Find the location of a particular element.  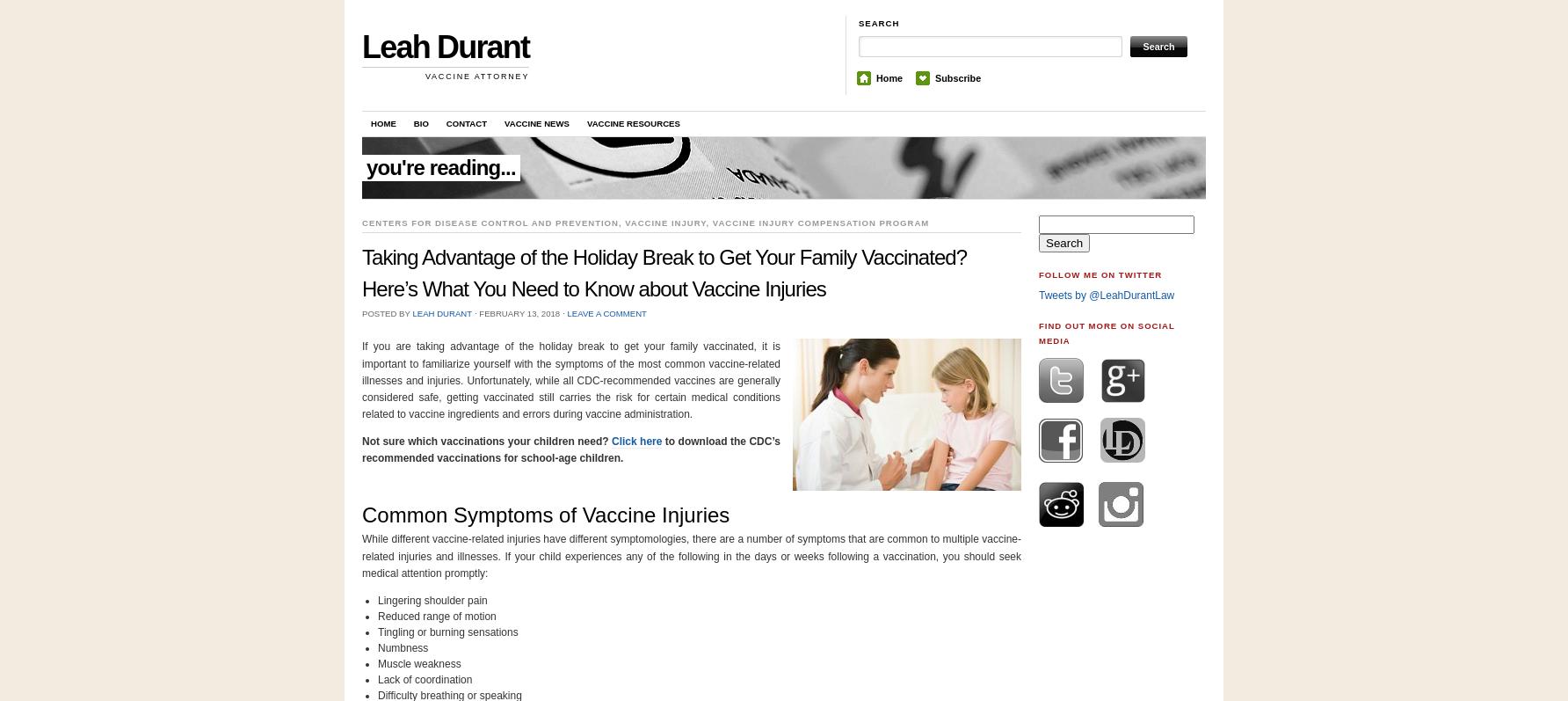

'vaccine injury' is located at coordinates (624, 222).